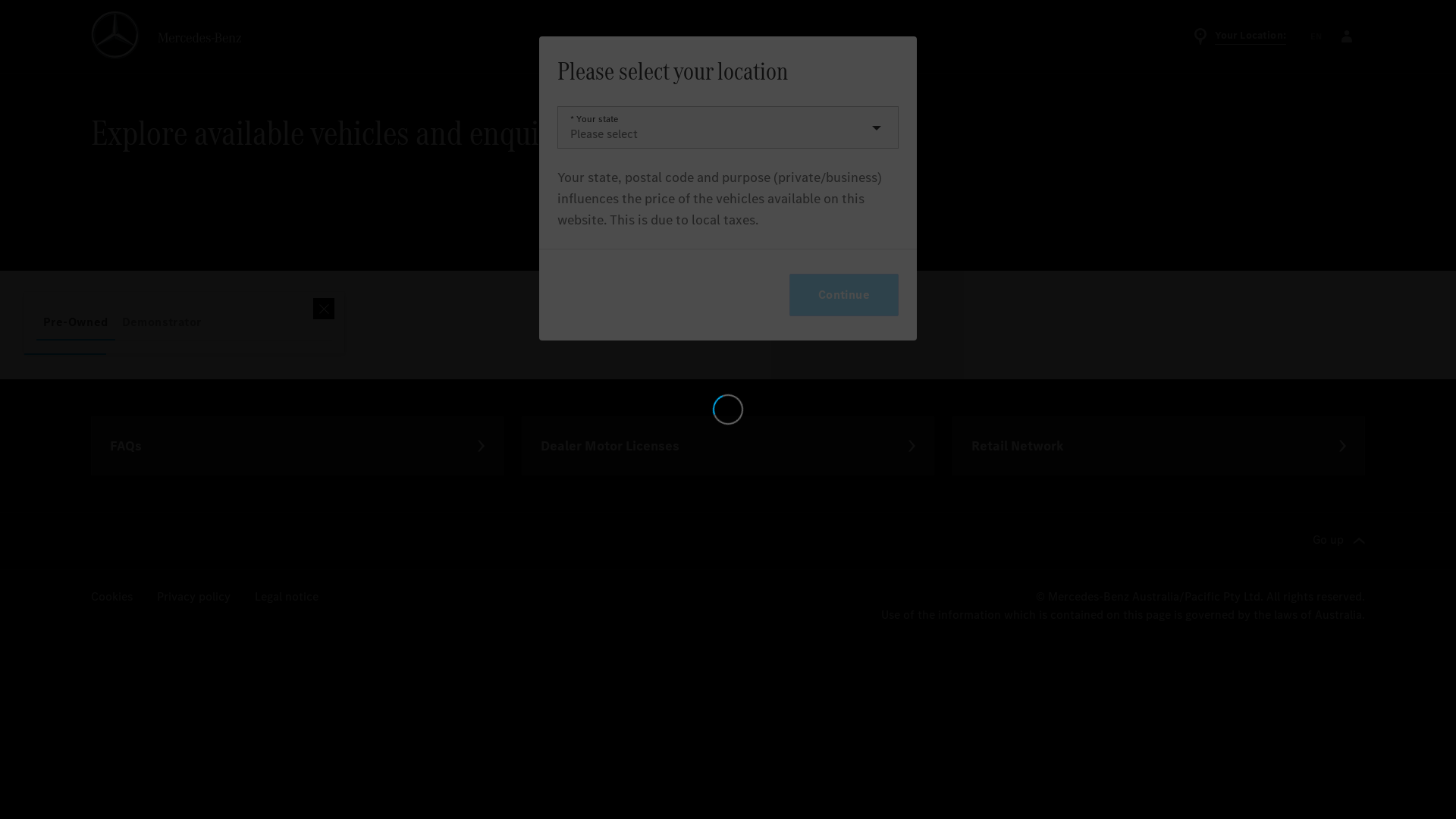 This screenshot has width=1456, height=819. Describe the element at coordinates (843, 295) in the screenshot. I see `'Continue'` at that location.